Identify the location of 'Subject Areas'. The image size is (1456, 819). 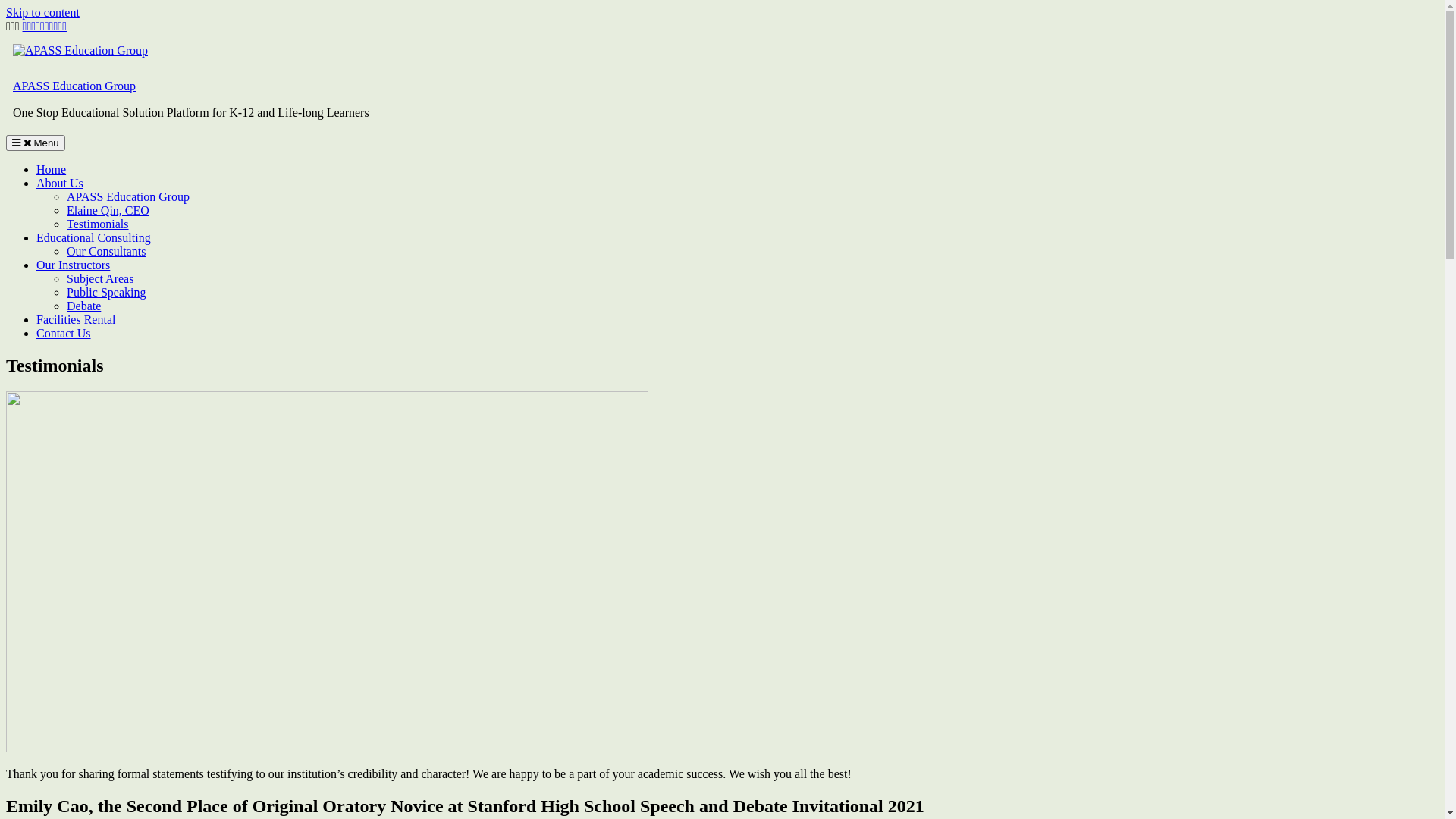
(65, 278).